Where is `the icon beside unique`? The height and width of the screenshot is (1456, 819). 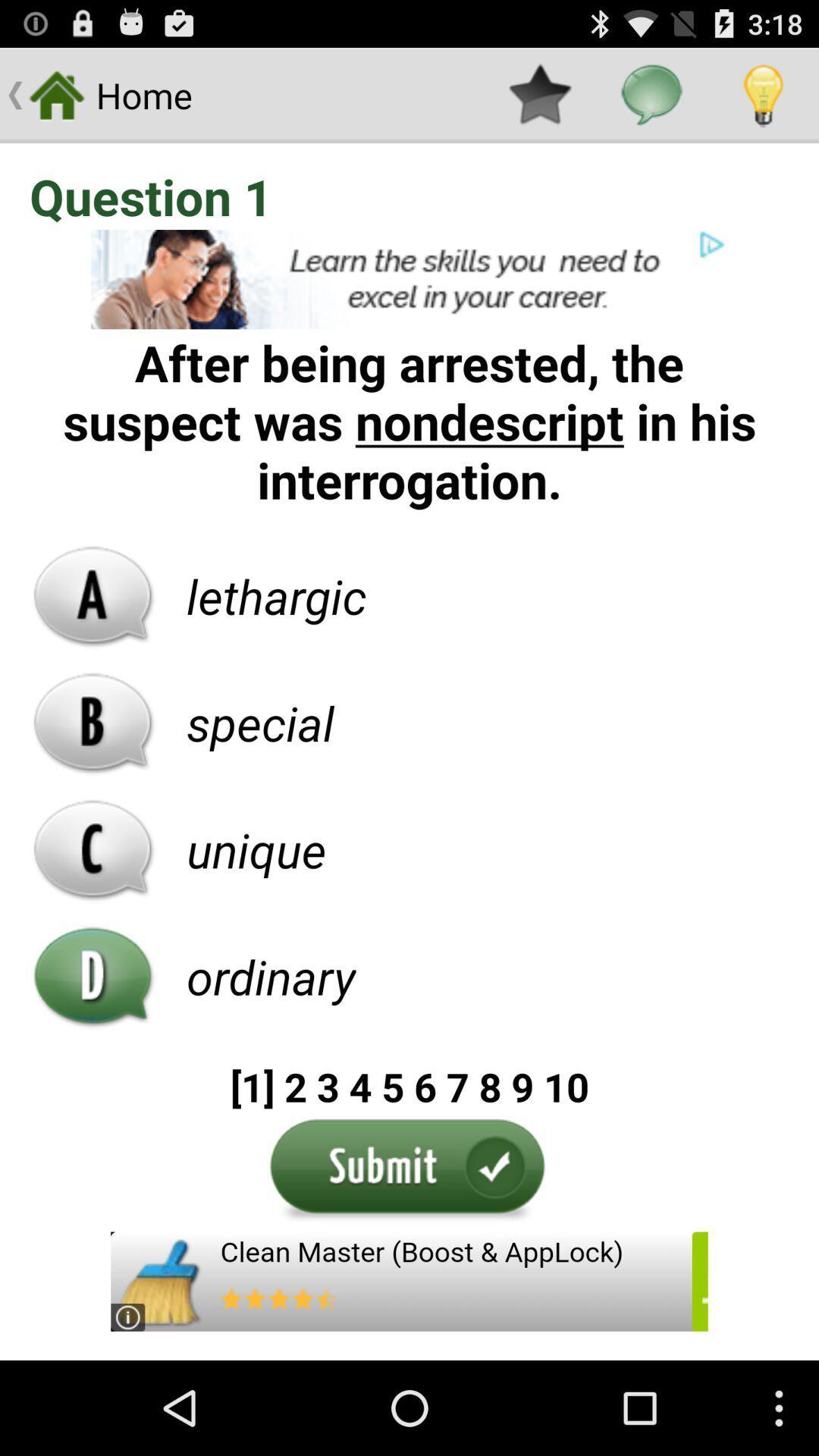 the icon beside unique is located at coordinates (93, 850).